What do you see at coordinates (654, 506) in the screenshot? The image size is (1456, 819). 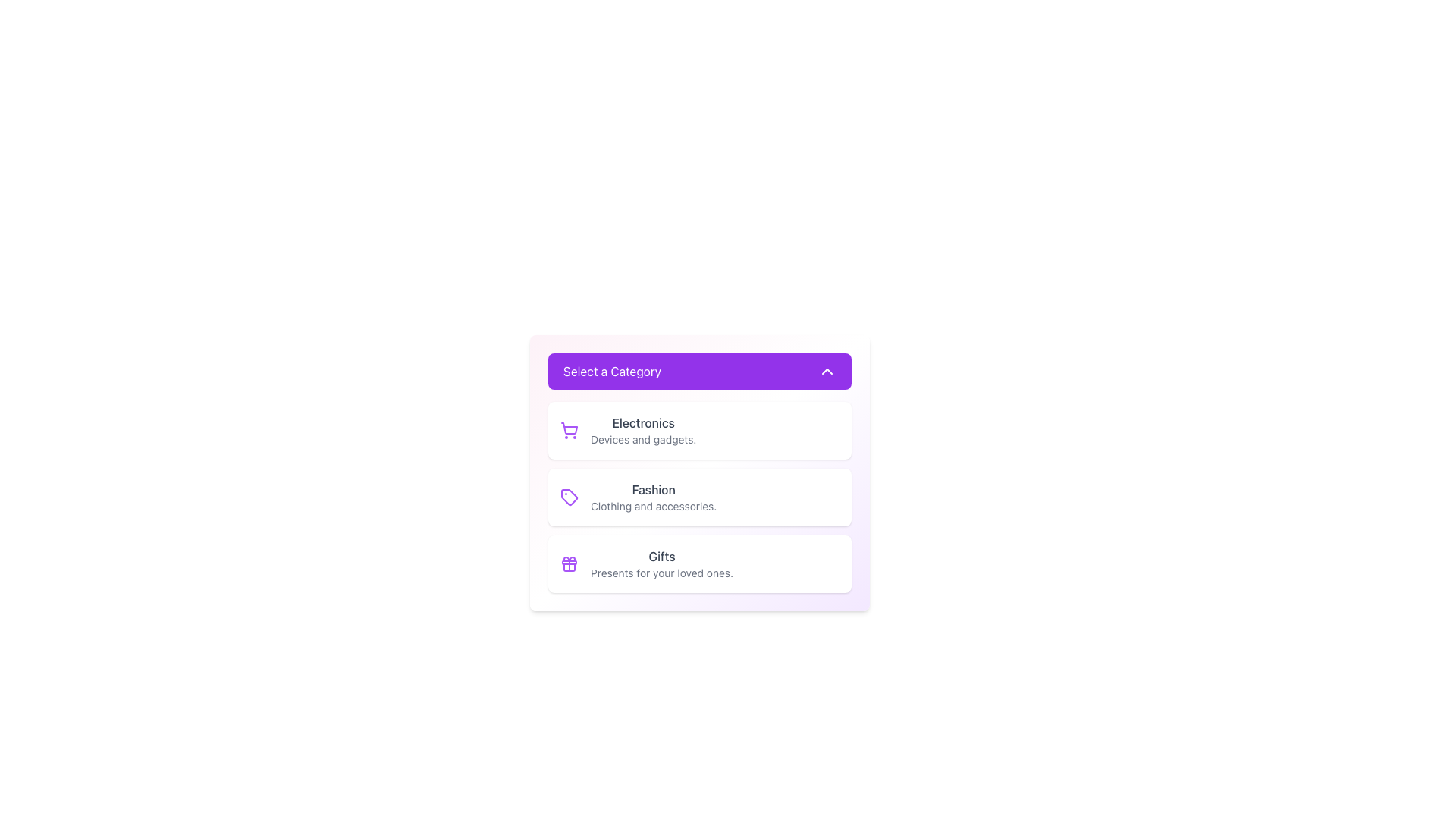 I see `the text label displaying 'Clothing and accessories.' which is styled in a smaller gray font and located directly beneath the 'Fashion' title` at bounding box center [654, 506].